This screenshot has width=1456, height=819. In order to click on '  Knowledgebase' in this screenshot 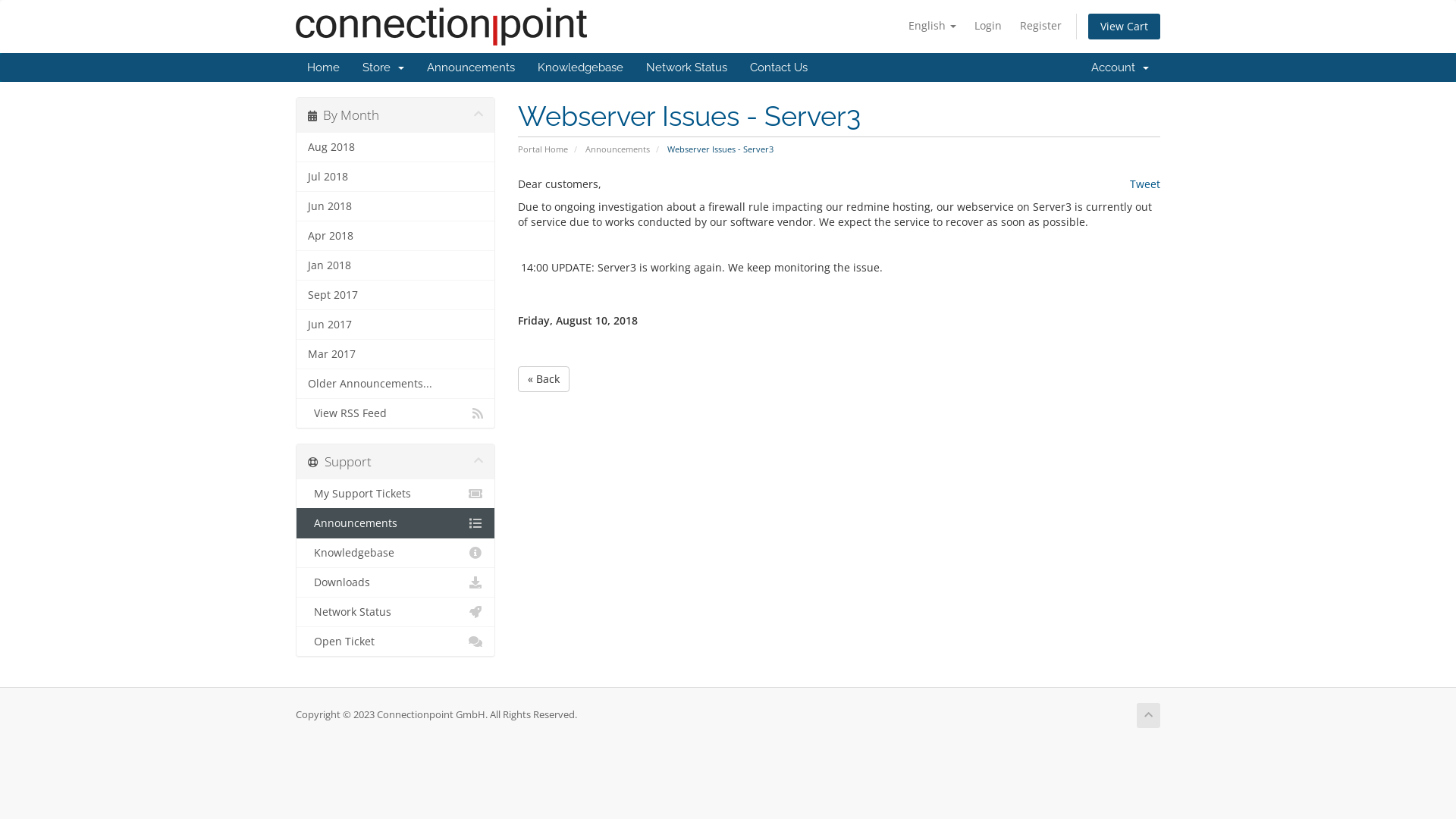, I will do `click(395, 553)`.